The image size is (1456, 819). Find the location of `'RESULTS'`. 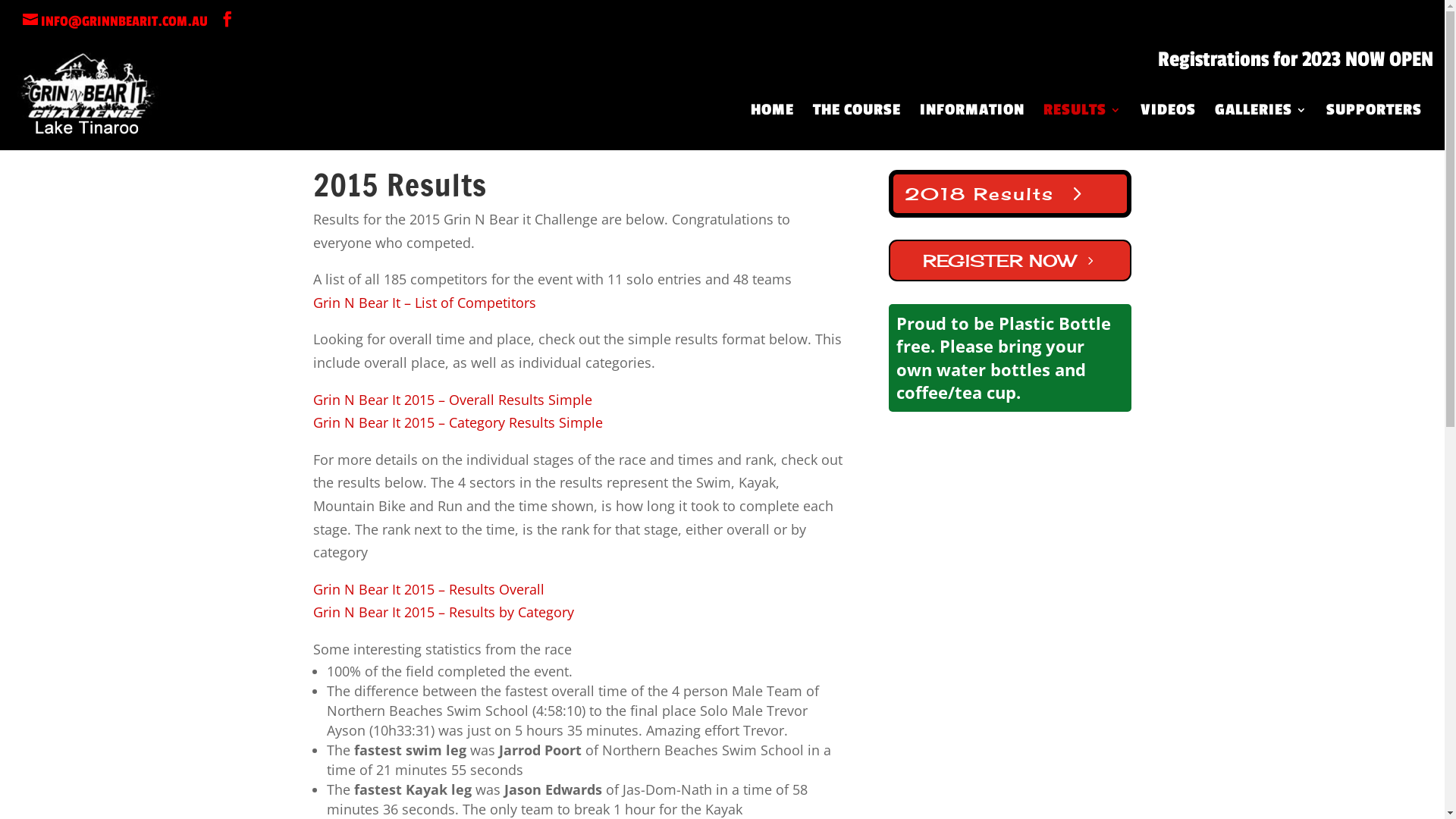

'RESULTS' is located at coordinates (1081, 127).